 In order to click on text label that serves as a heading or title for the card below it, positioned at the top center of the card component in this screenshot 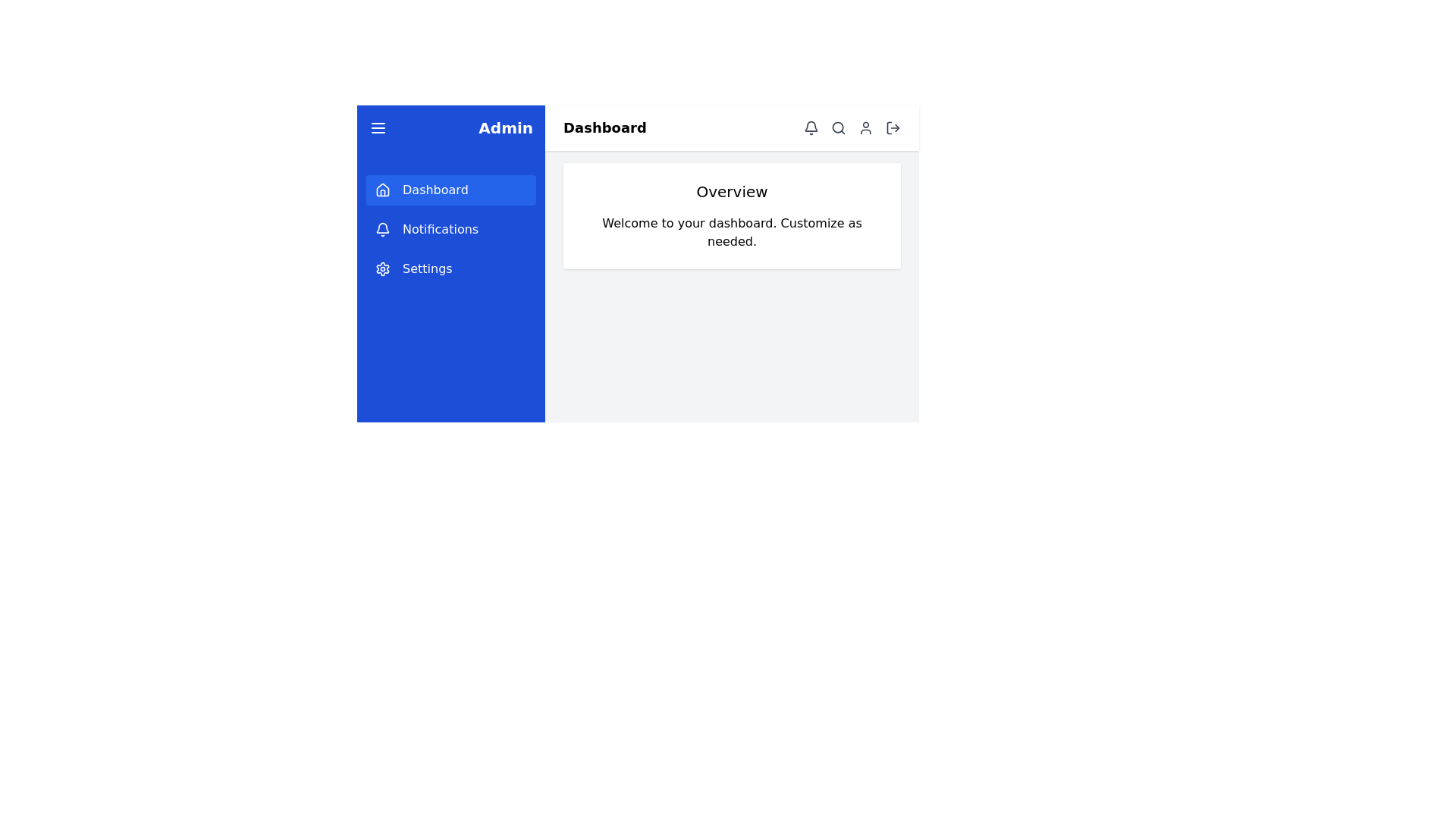, I will do `click(732, 191)`.